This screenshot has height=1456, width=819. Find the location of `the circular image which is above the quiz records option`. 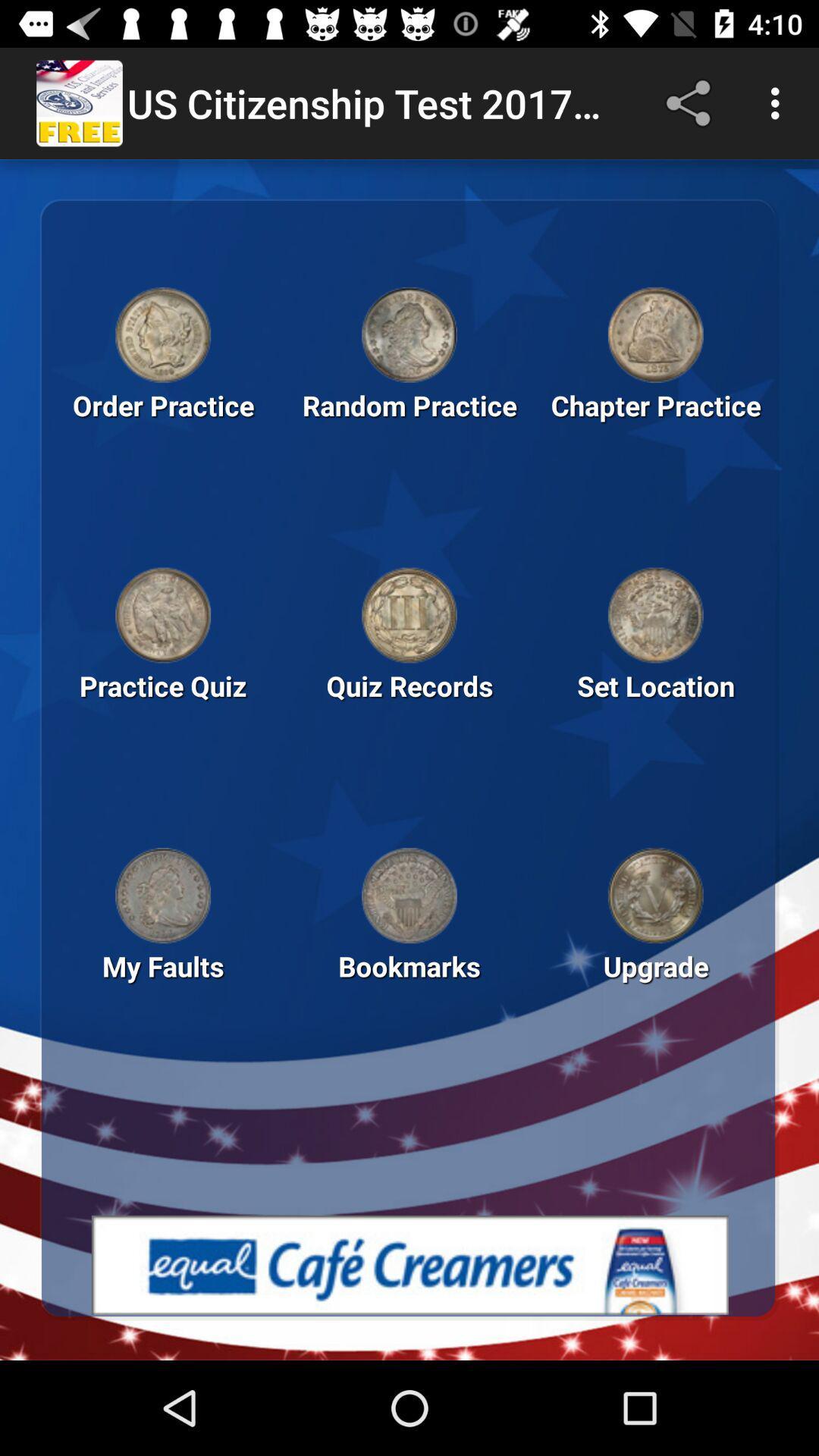

the circular image which is above the quiz records option is located at coordinates (409, 615).